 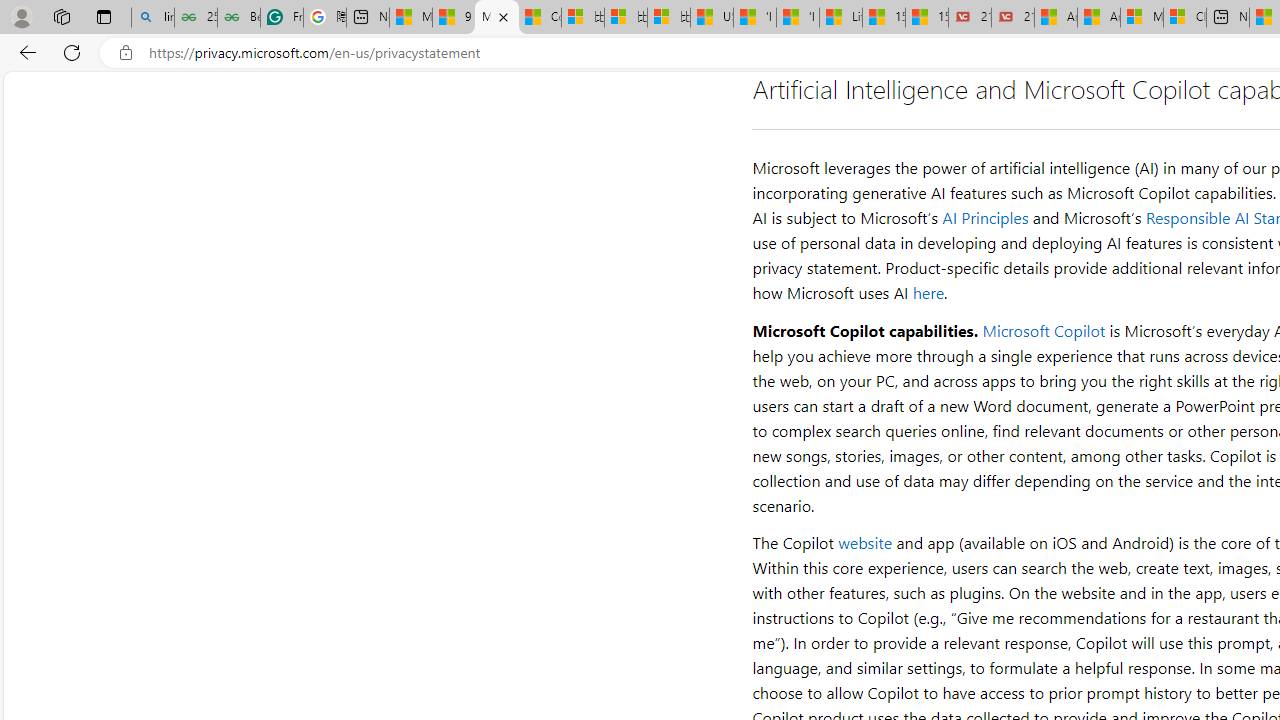 I want to click on '25 Basic Linux Commands For Beginners - GeeksforGeeks', so click(x=196, y=17).